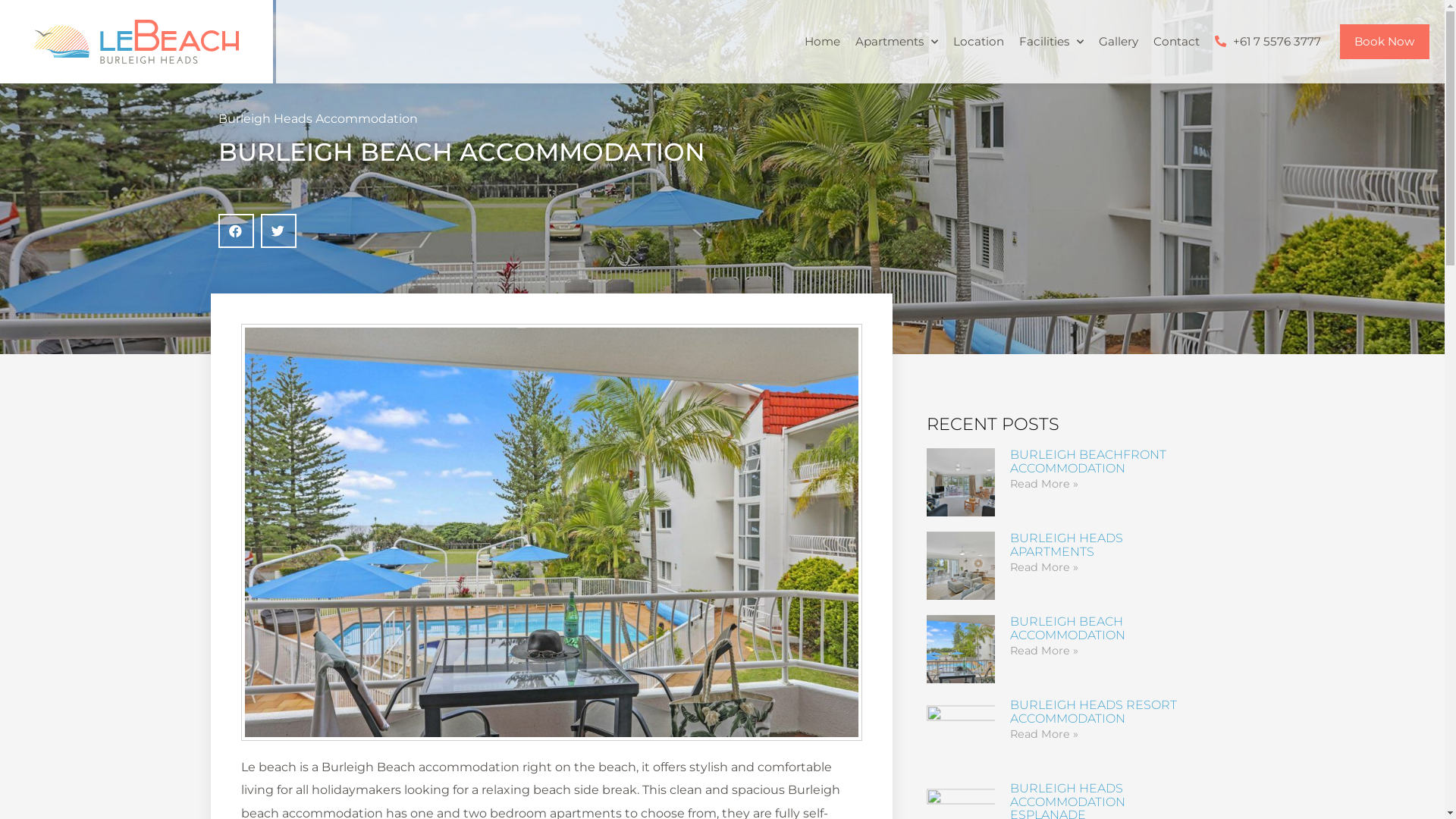  Describe the element at coordinates (1093, 711) in the screenshot. I see `'BURLEIGH HEADS RESORT ACCOMMODATION'` at that location.